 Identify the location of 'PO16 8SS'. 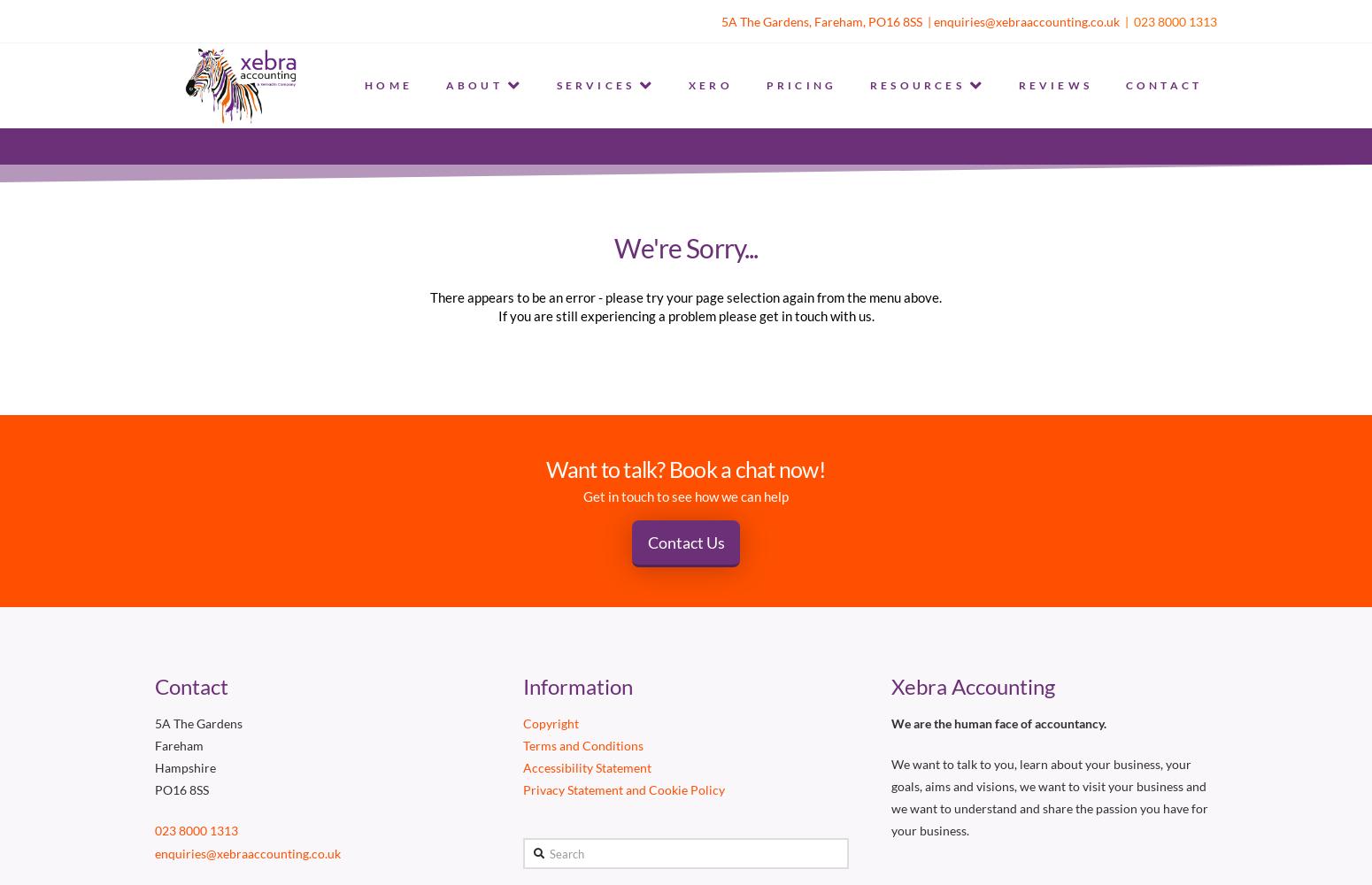
(181, 789).